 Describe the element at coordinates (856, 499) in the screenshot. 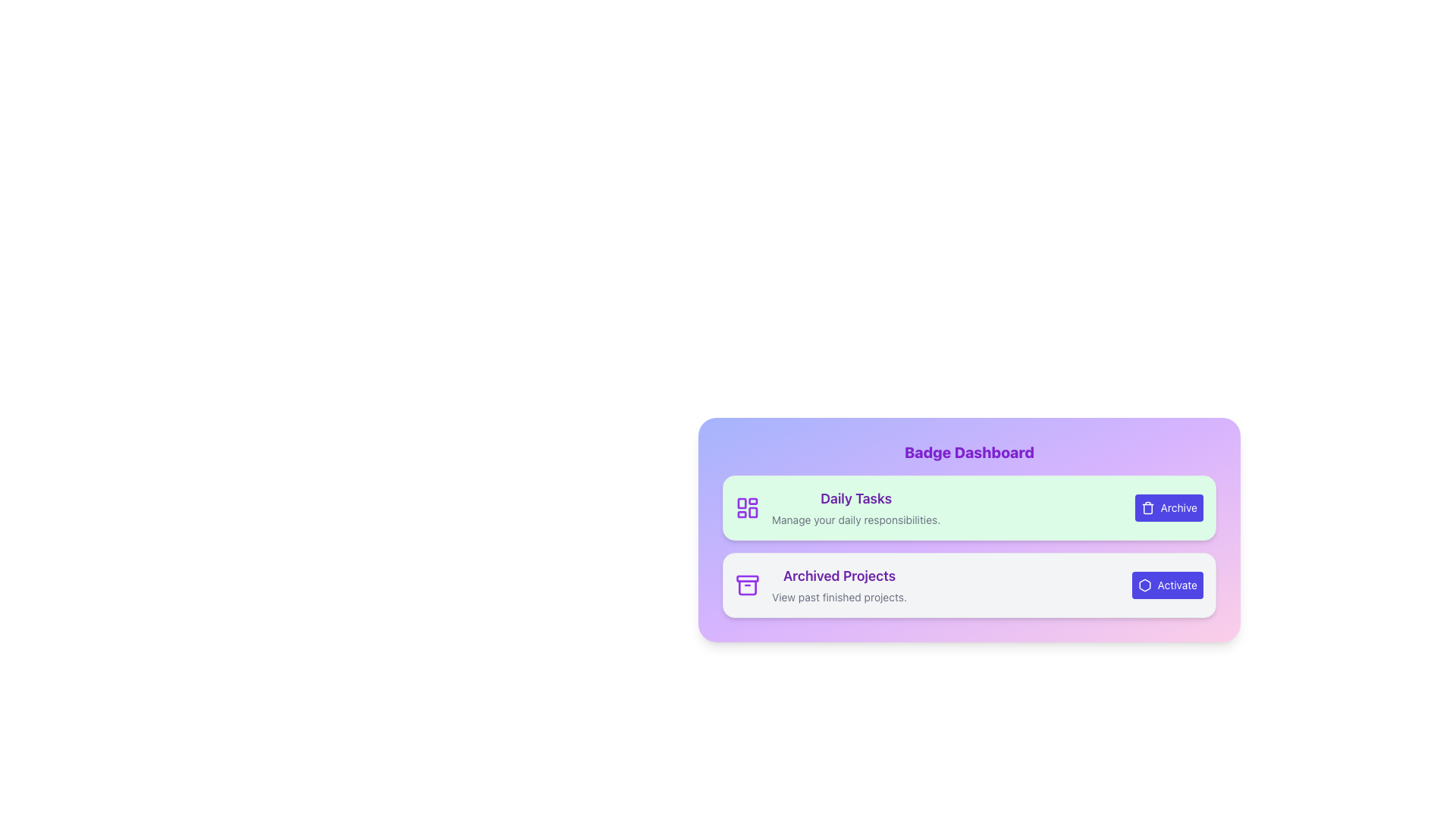

I see `'Daily Tasks' text label that is displayed in bold purple font at the top of the green background section, located in the upper-left corner of the card-like structure` at that location.